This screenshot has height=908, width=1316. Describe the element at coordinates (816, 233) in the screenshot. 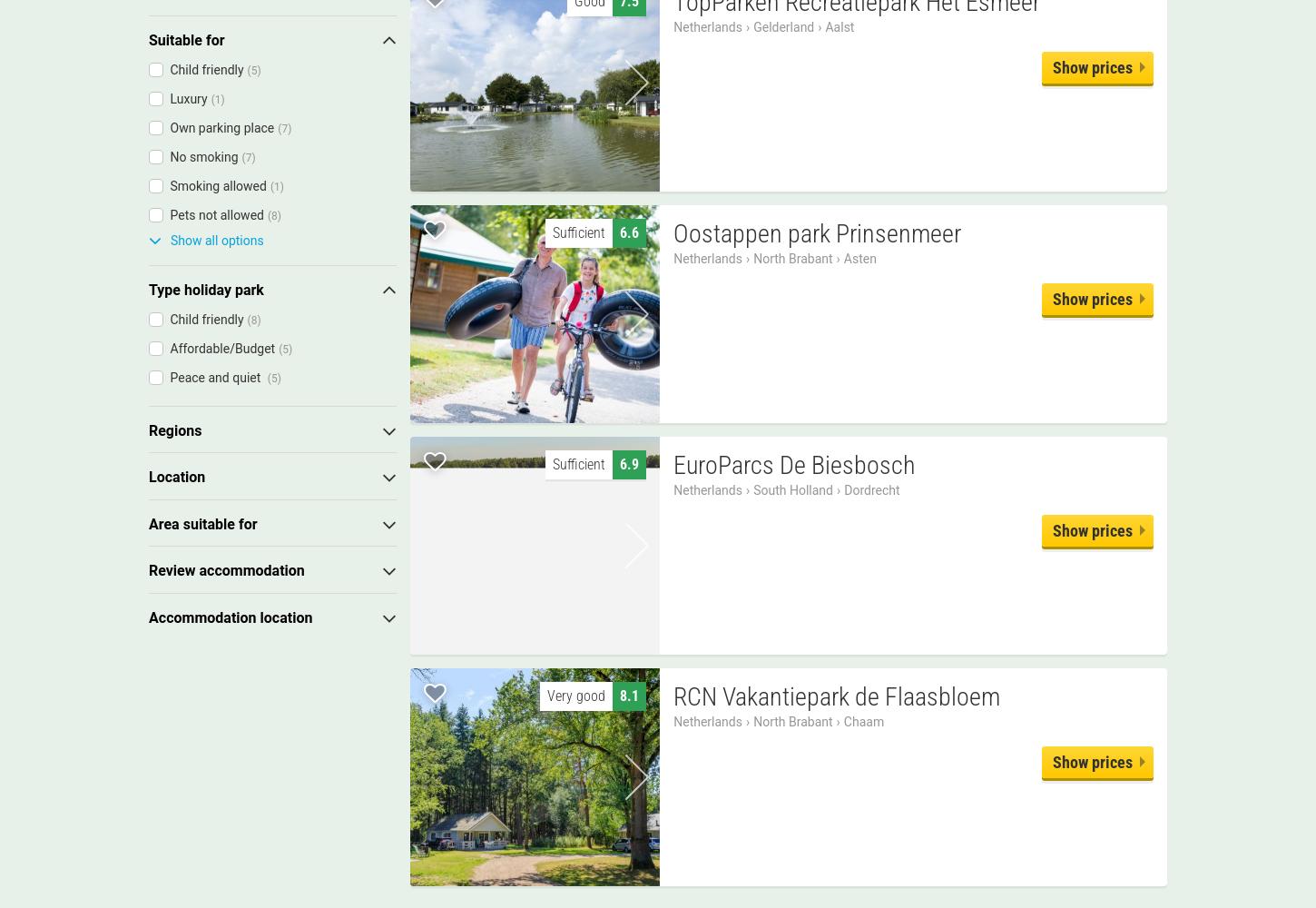

I see `'Oostappen park Prinsenmeer'` at that location.